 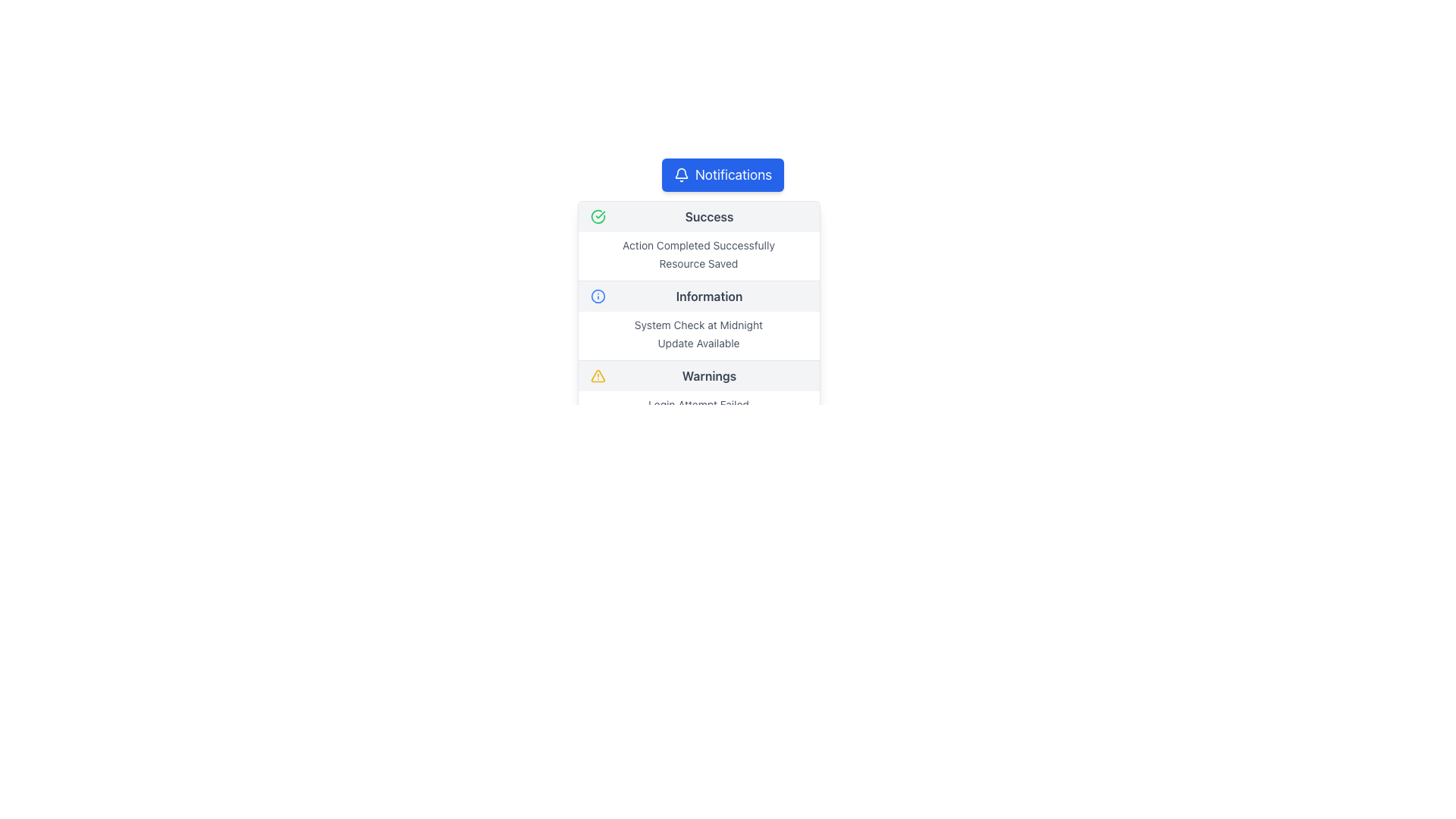 I want to click on the 'Warnings' label which features bold text and a yellow alert icon, located in the third row of the notification list, so click(x=698, y=375).